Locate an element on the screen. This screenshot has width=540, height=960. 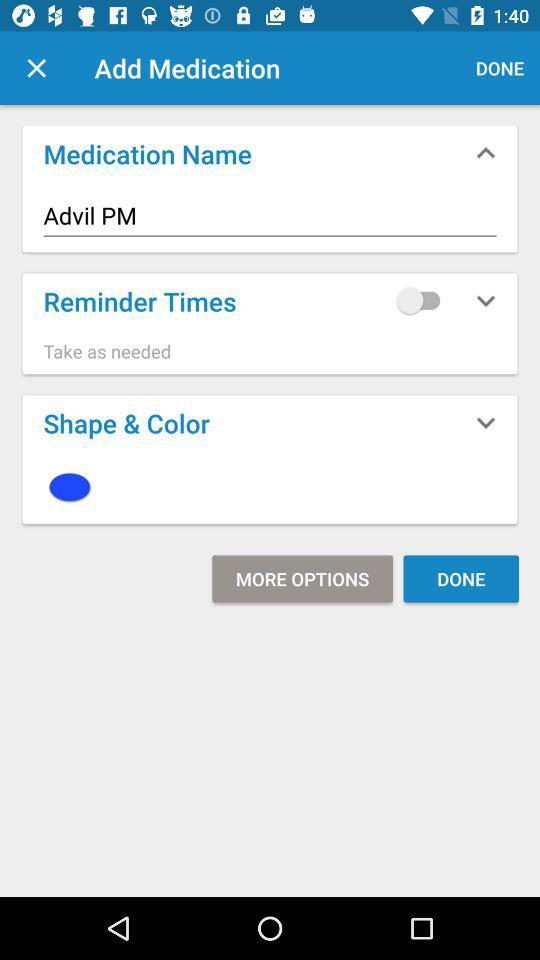
the   item is located at coordinates (270, 486).